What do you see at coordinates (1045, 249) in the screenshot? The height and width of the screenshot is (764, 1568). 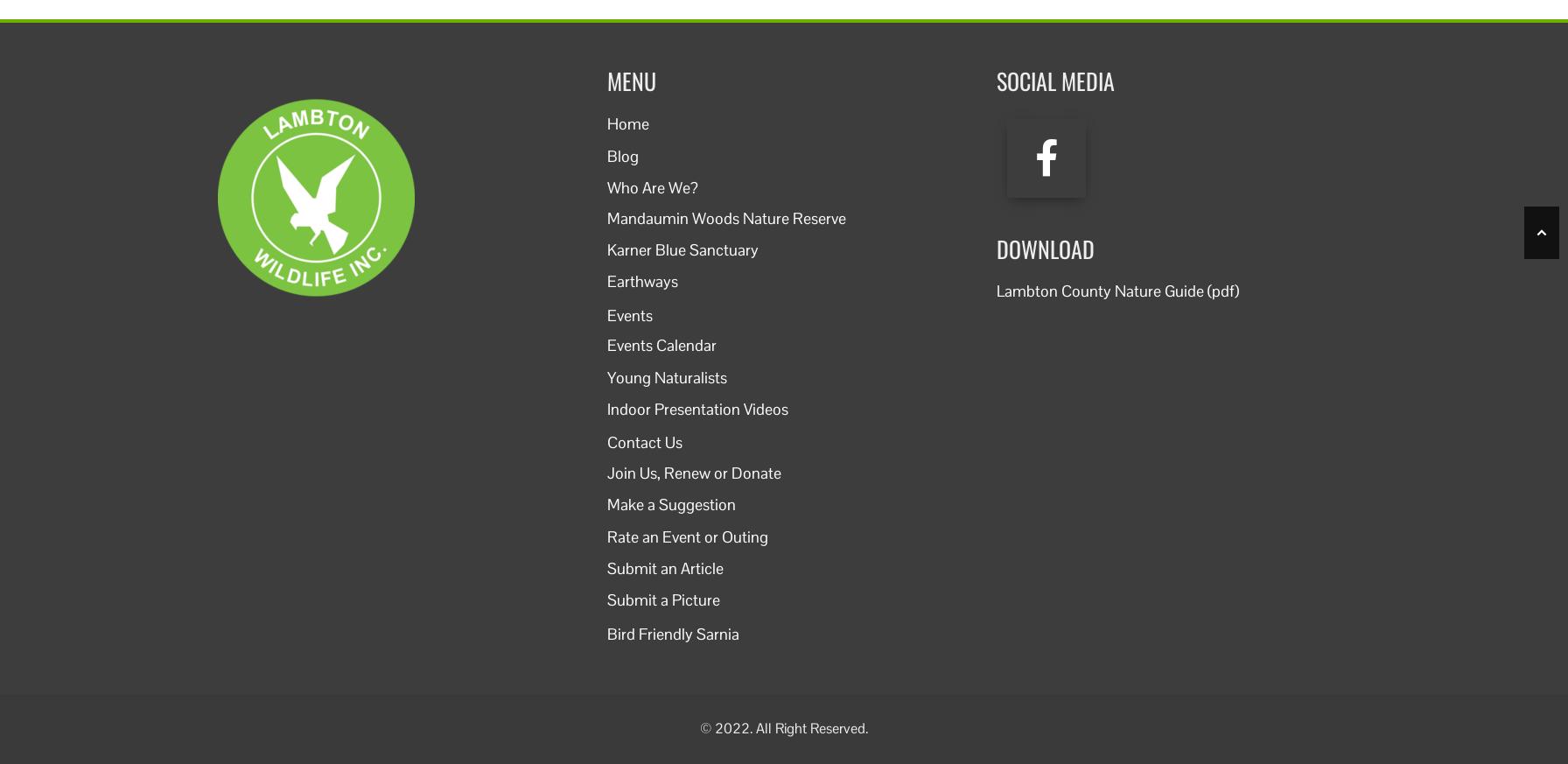 I see `'Download'` at bounding box center [1045, 249].